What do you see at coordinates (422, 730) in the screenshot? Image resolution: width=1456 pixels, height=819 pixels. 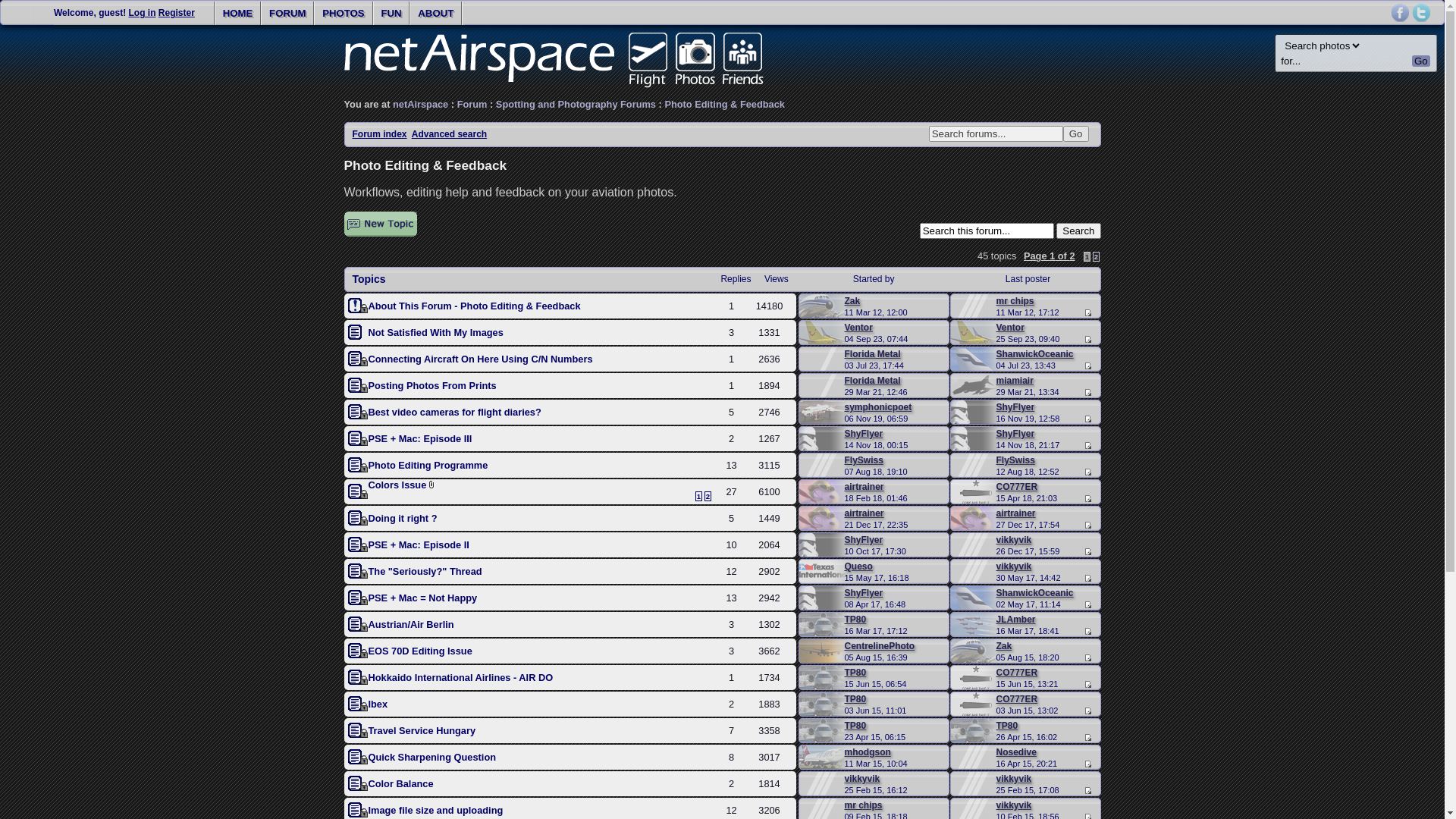 I see `'Travel Service Hungary'` at bounding box center [422, 730].